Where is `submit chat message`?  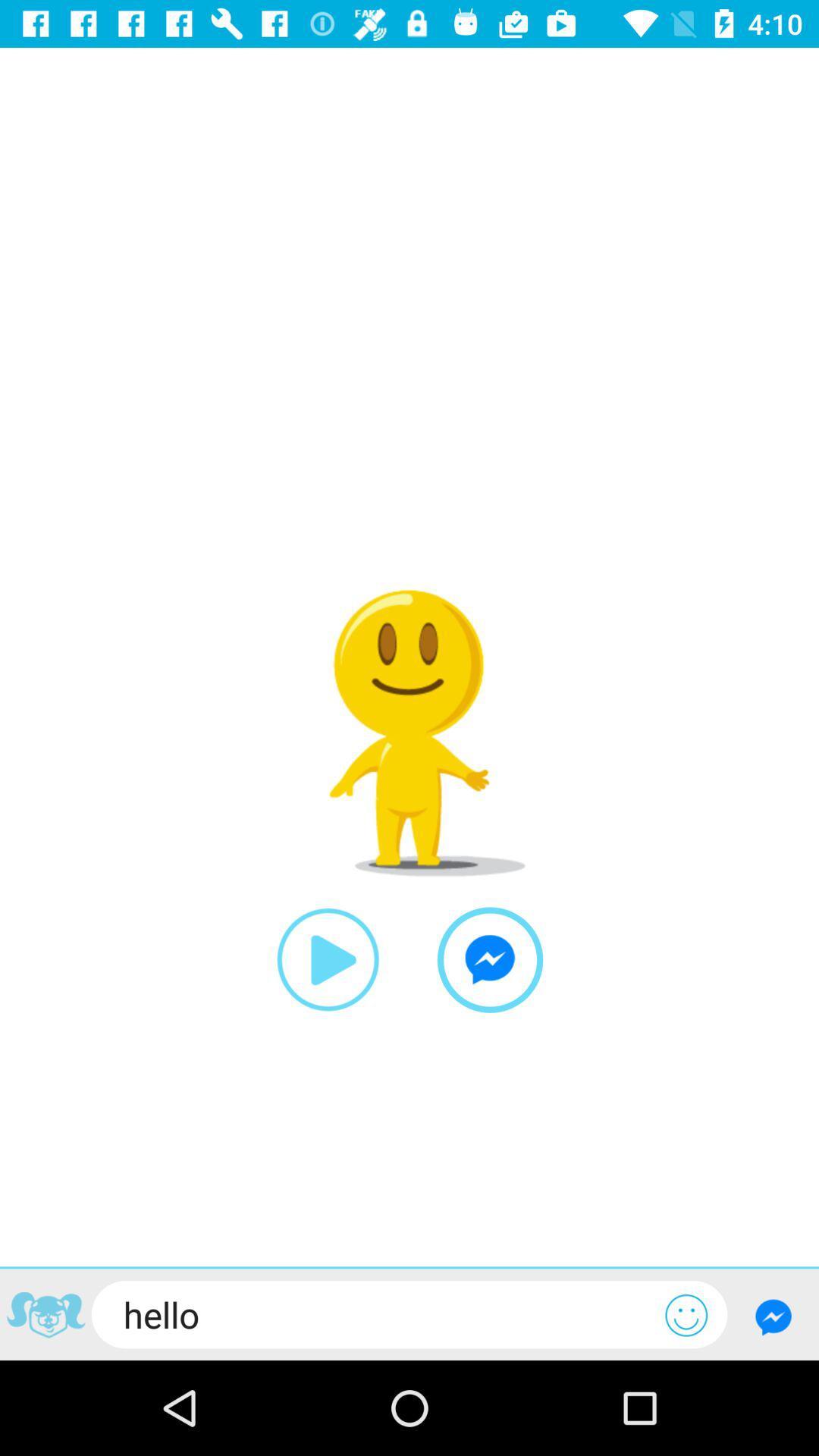 submit chat message is located at coordinates (773, 1316).